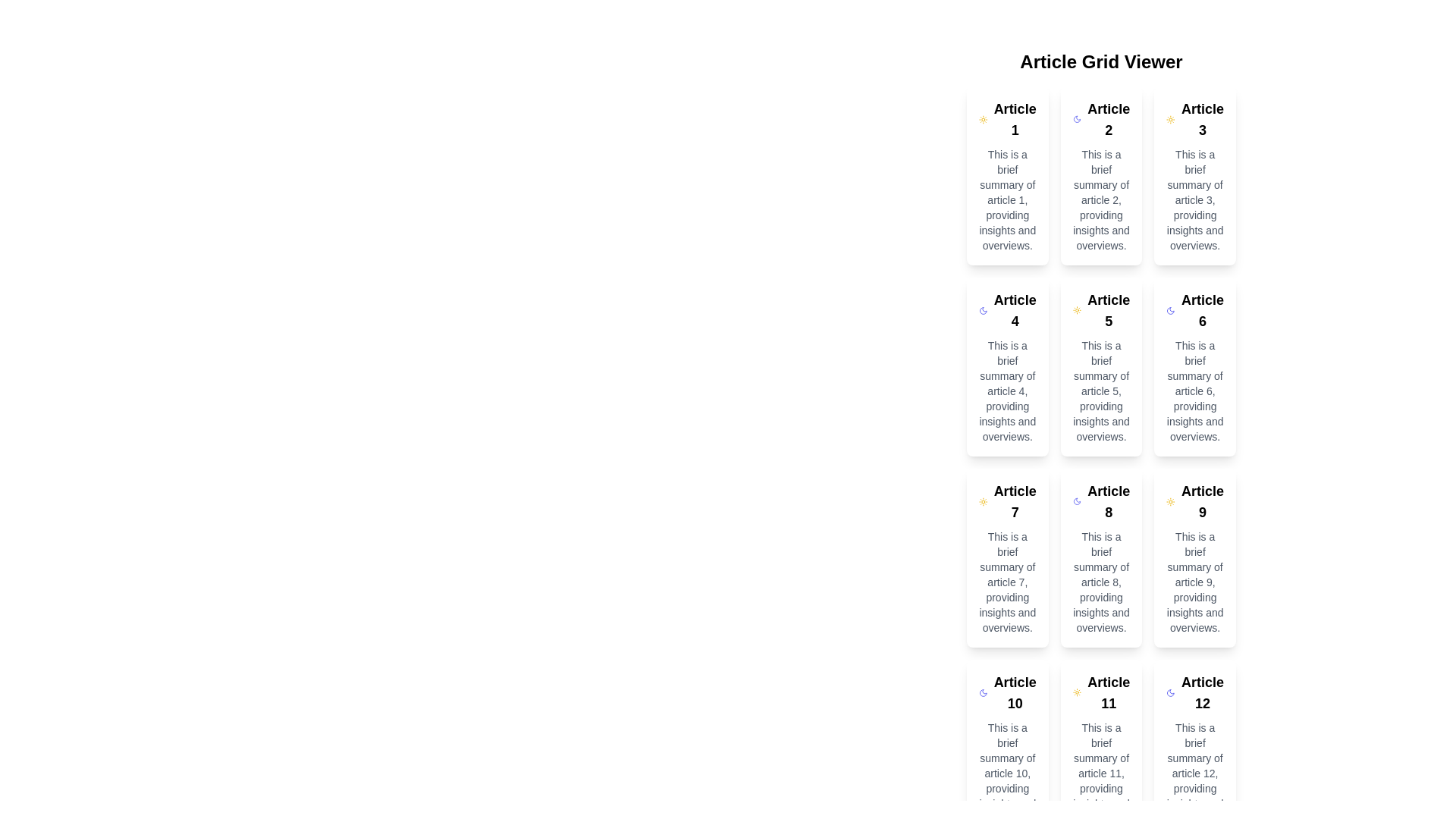 The width and height of the screenshot is (1456, 819). Describe the element at coordinates (983, 502) in the screenshot. I see `the sun-themed SVG icon located in the top-left portion of the 'Article 7' card, adjacent to the title text` at that location.